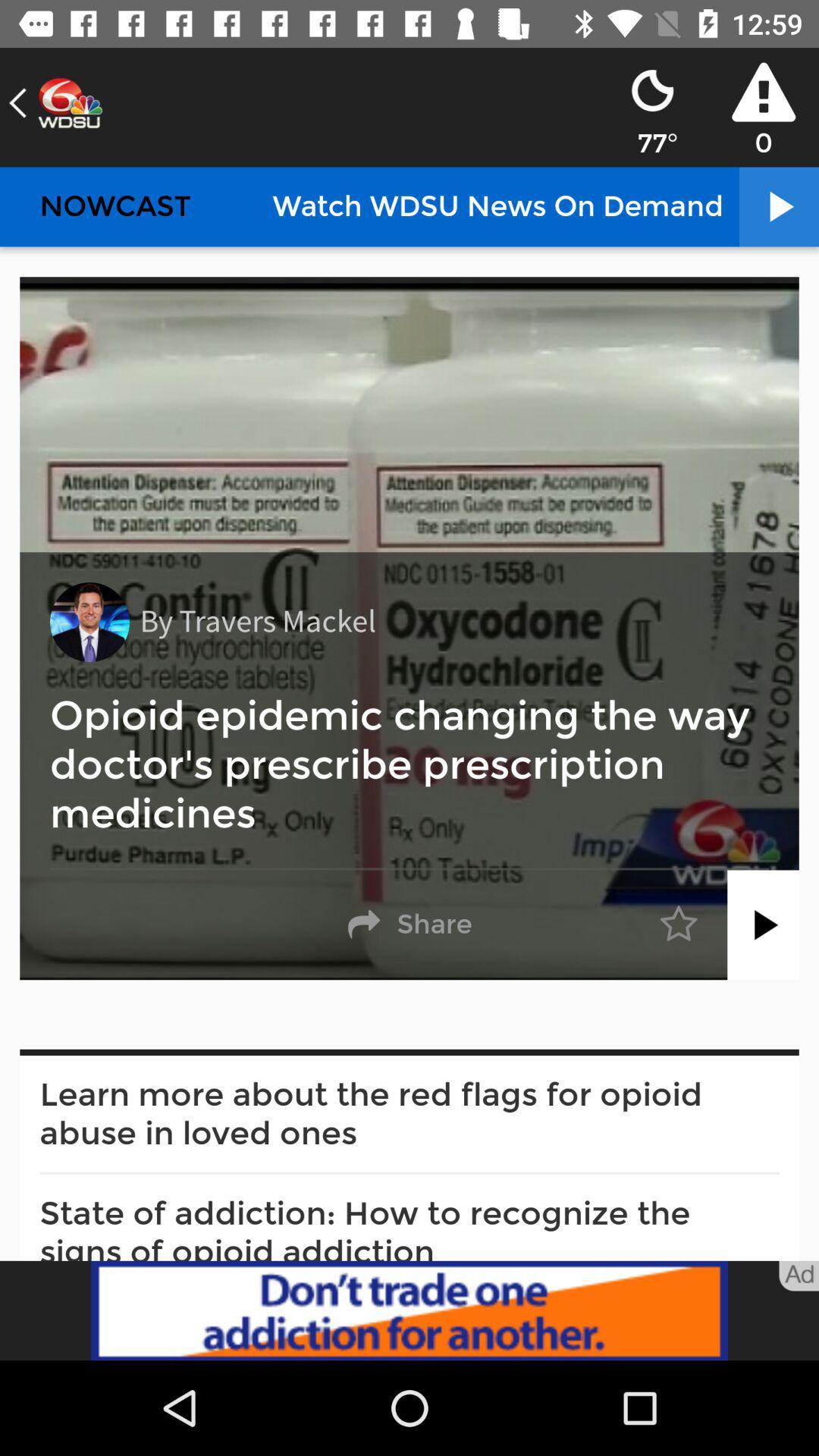 Image resolution: width=819 pixels, height=1456 pixels. Describe the element at coordinates (763, 924) in the screenshot. I see `video` at that location.